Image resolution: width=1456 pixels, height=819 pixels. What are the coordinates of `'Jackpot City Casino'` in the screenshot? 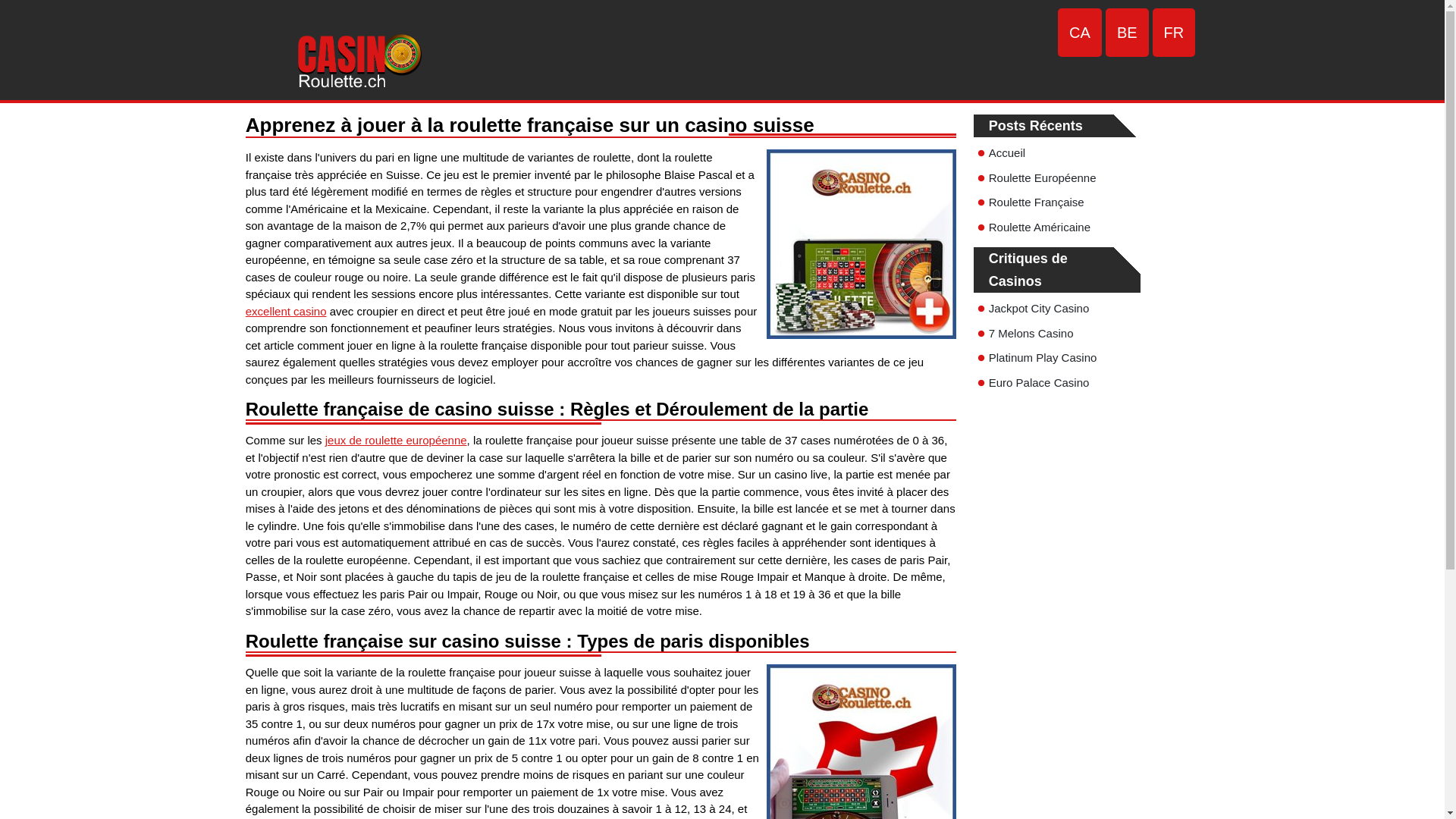 It's located at (1038, 307).